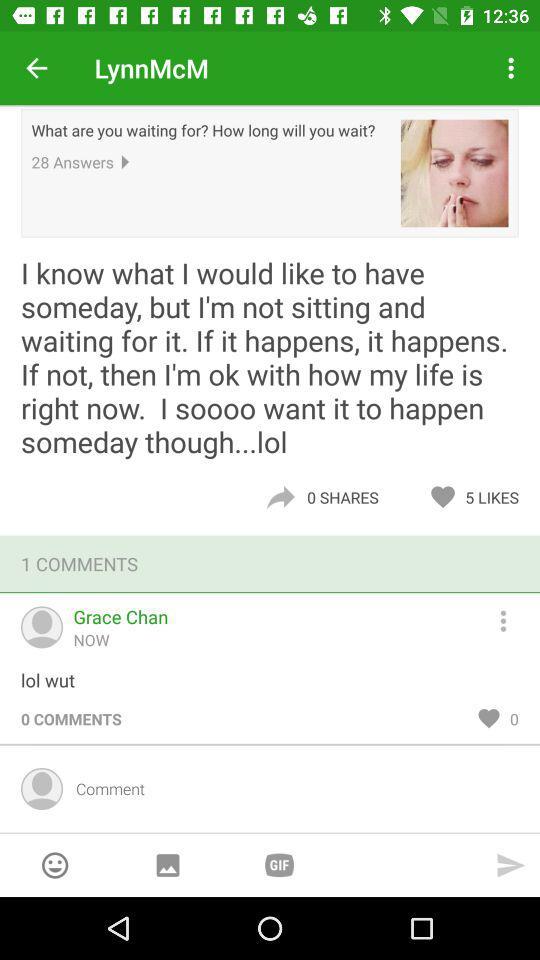  What do you see at coordinates (512, 617) in the screenshot?
I see `get more option` at bounding box center [512, 617].